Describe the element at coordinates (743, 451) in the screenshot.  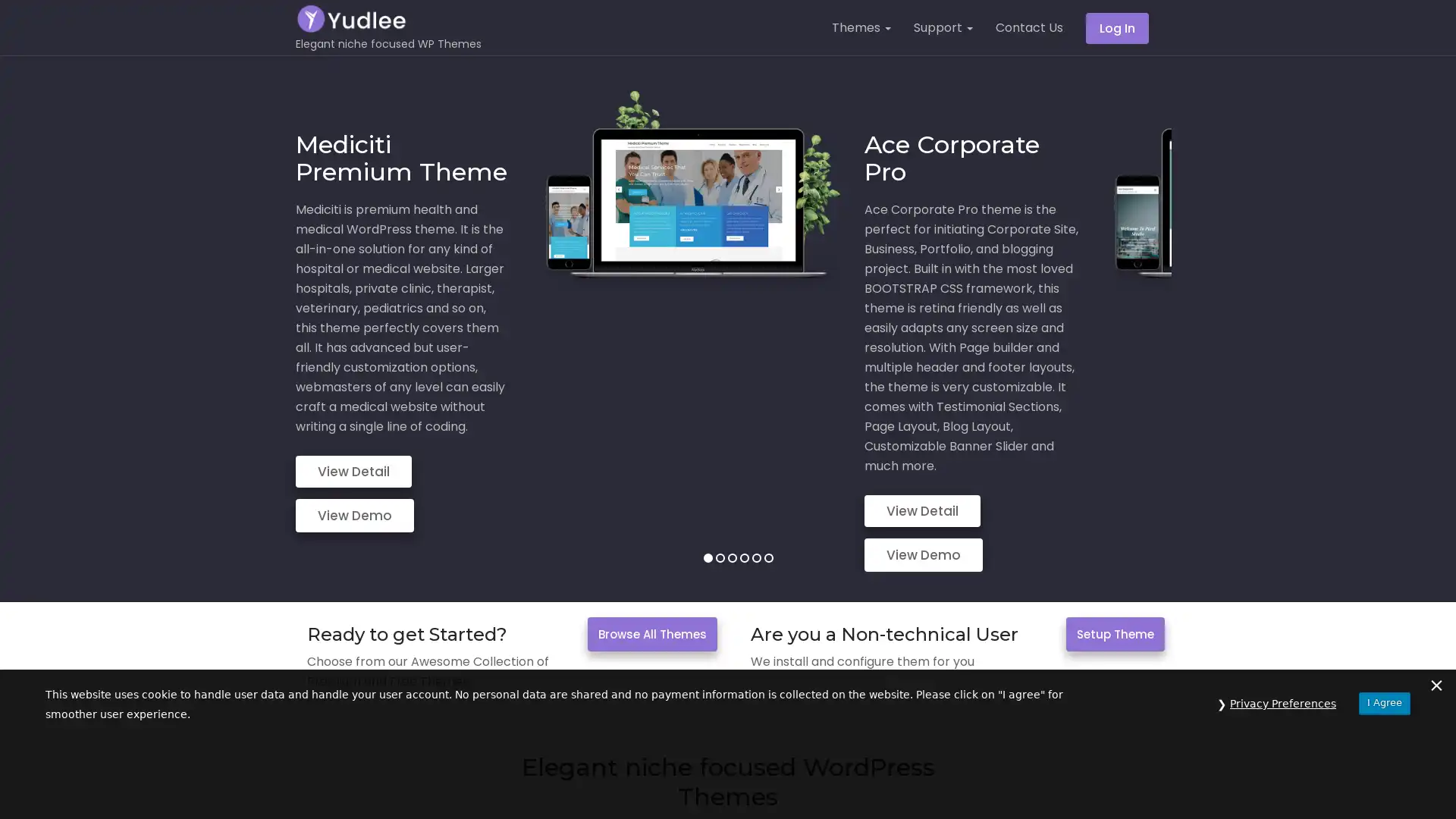
I see `4` at that location.